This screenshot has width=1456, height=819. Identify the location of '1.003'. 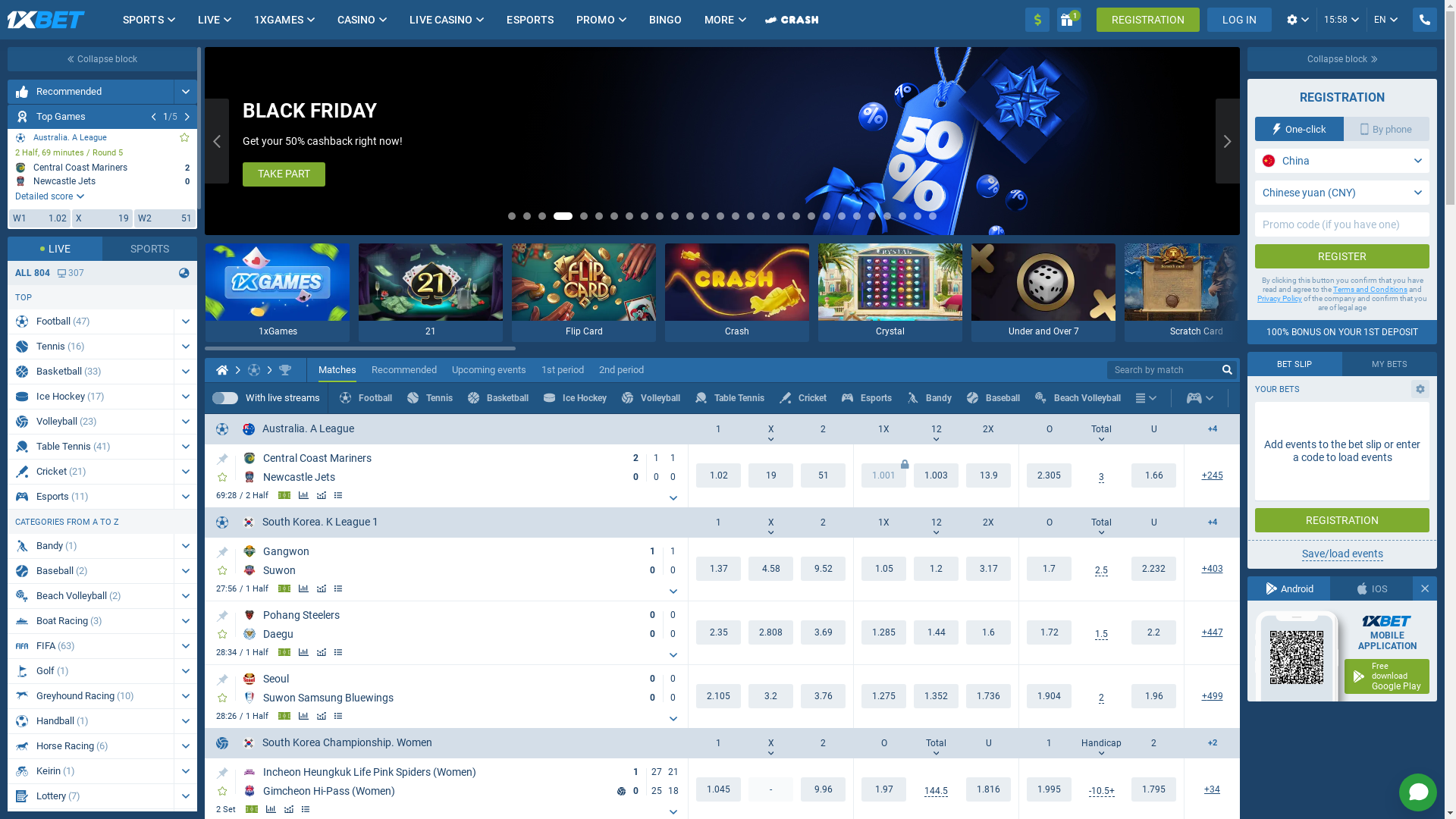
(935, 475).